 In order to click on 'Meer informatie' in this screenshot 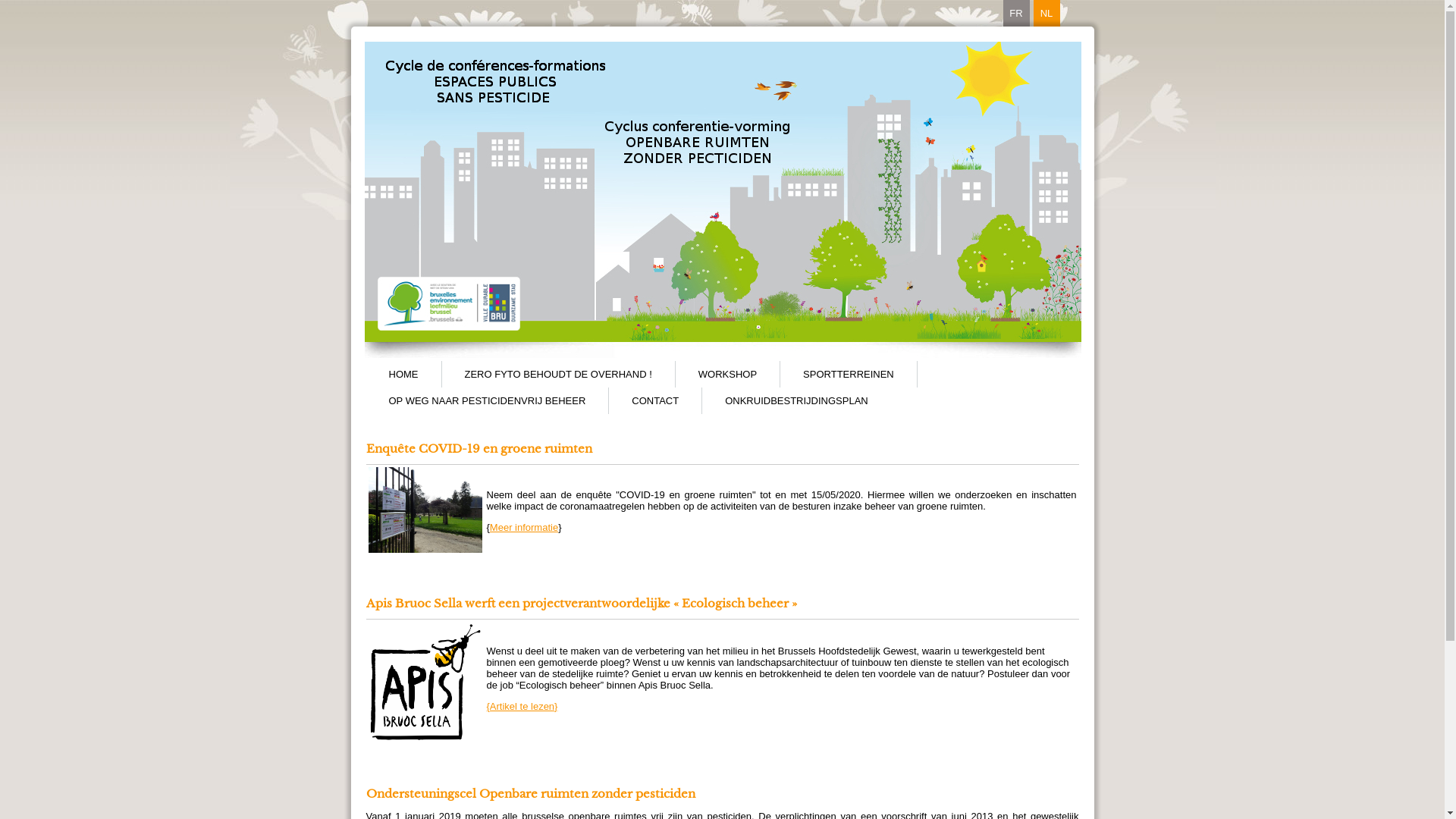, I will do `click(524, 526)`.